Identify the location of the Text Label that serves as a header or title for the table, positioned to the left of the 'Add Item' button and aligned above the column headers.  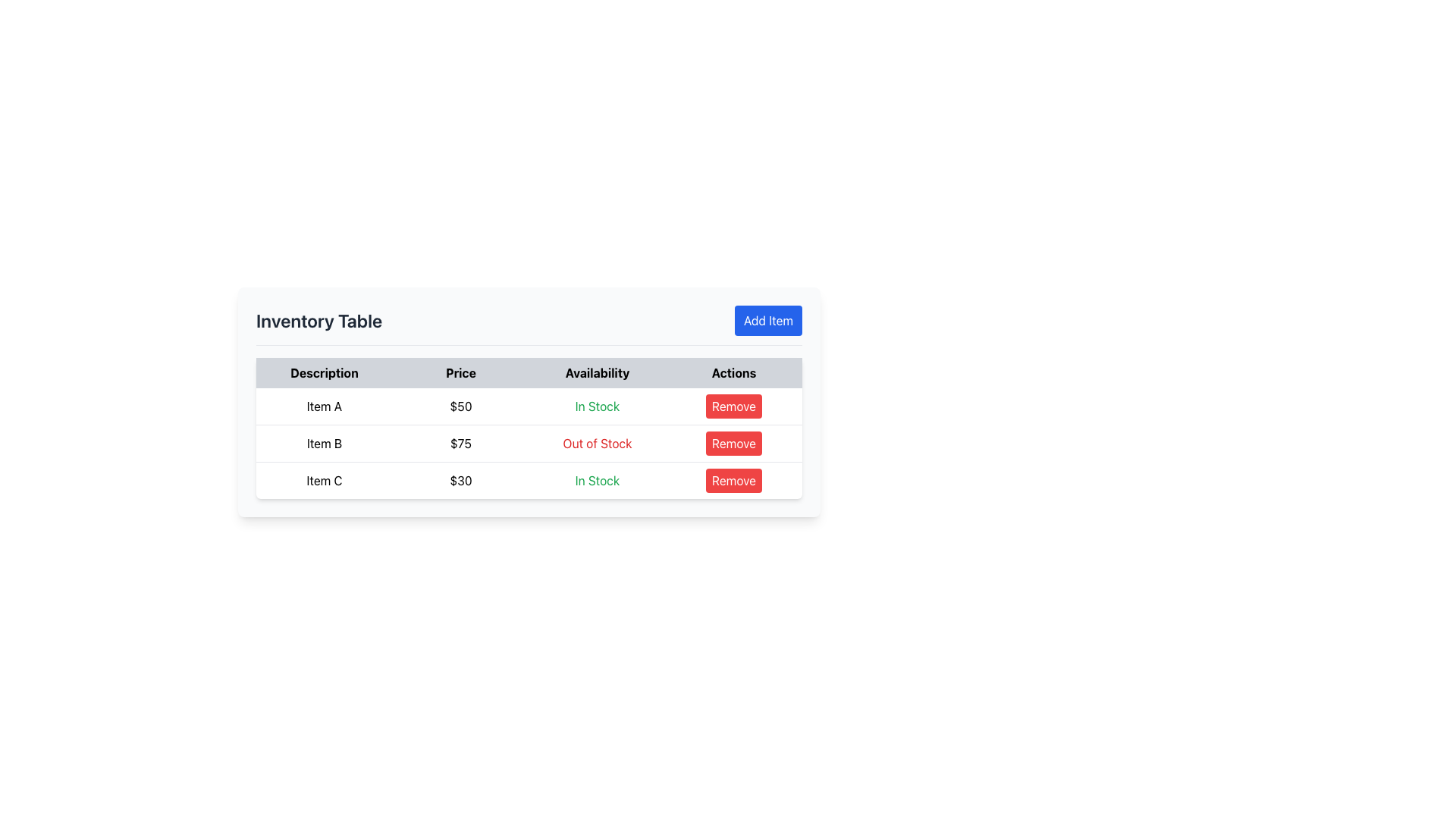
(318, 320).